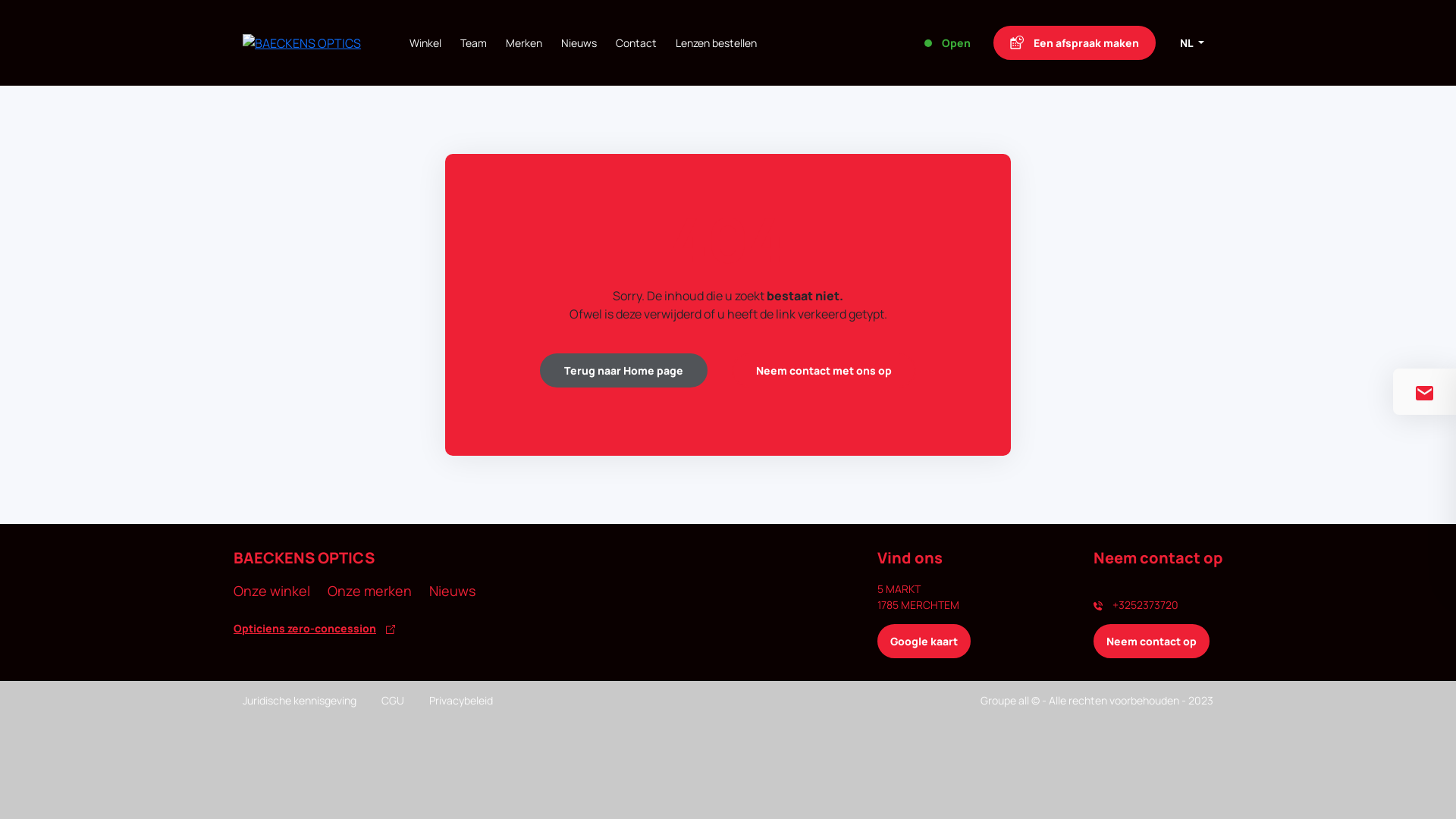 This screenshot has height=819, width=1456. I want to click on 'Privacybeleid', so click(460, 700).